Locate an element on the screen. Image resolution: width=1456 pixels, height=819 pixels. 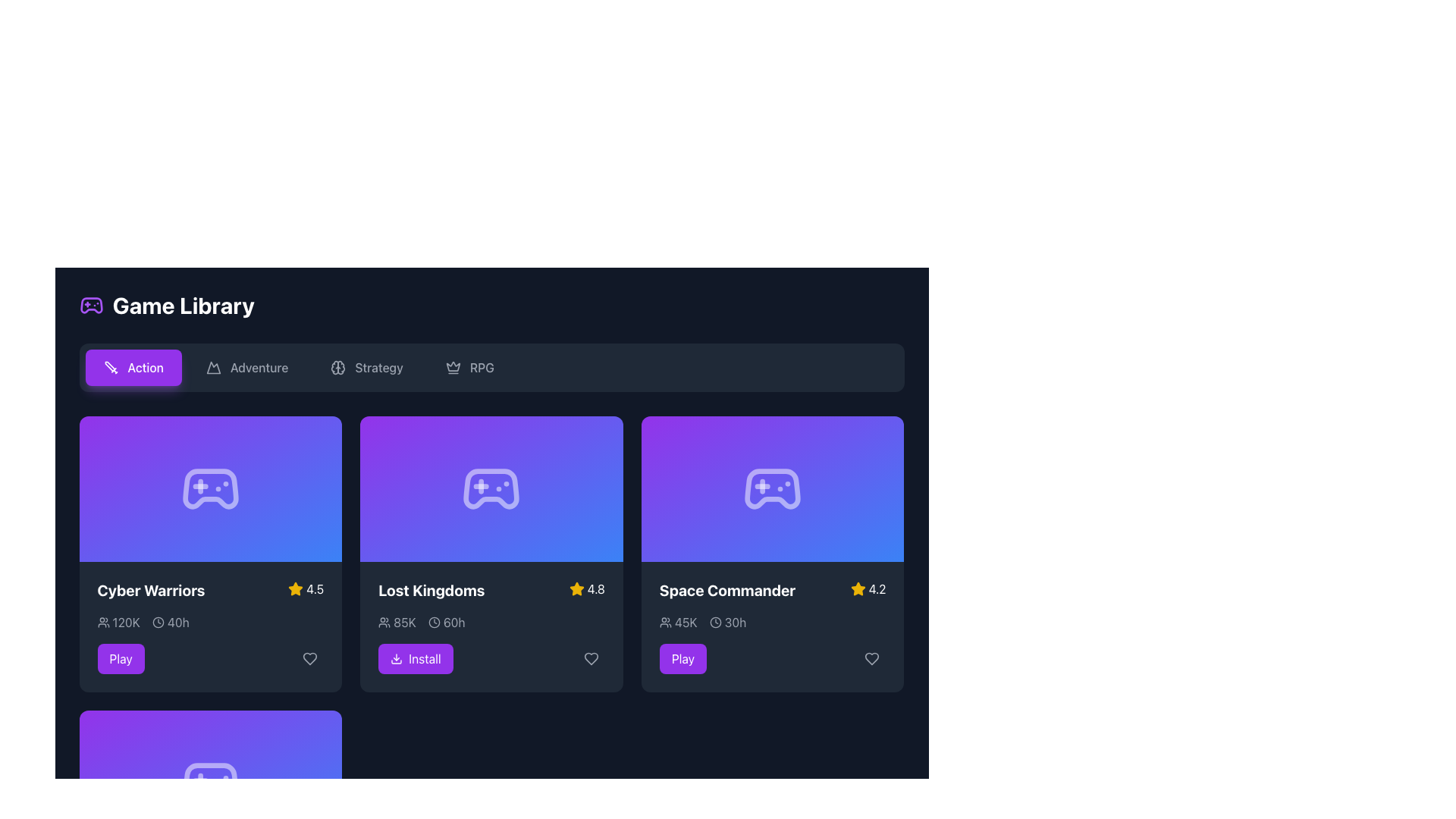
the 'Adventure' SVG Icon located in the navigation bar, which is the second option from the left is located at coordinates (212, 368).